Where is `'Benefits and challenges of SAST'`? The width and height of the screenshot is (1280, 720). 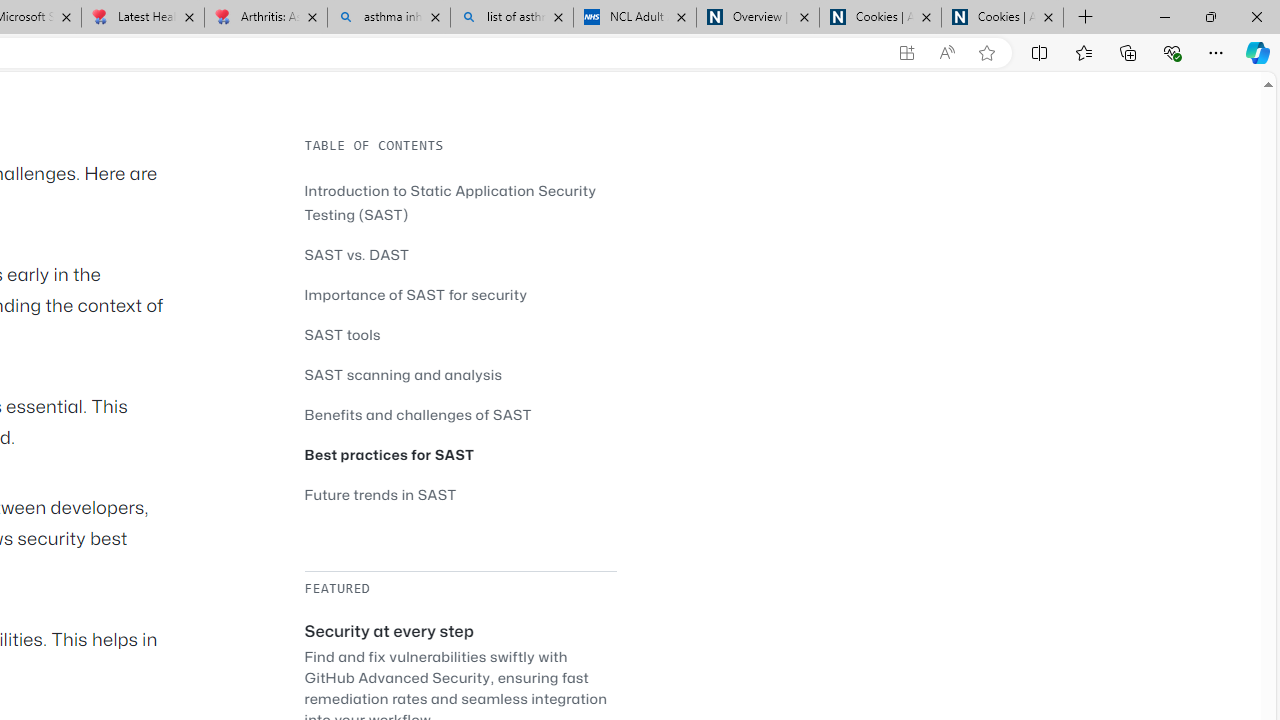
'Benefits and challenges of SAST' is located at coordinates (459, 413).